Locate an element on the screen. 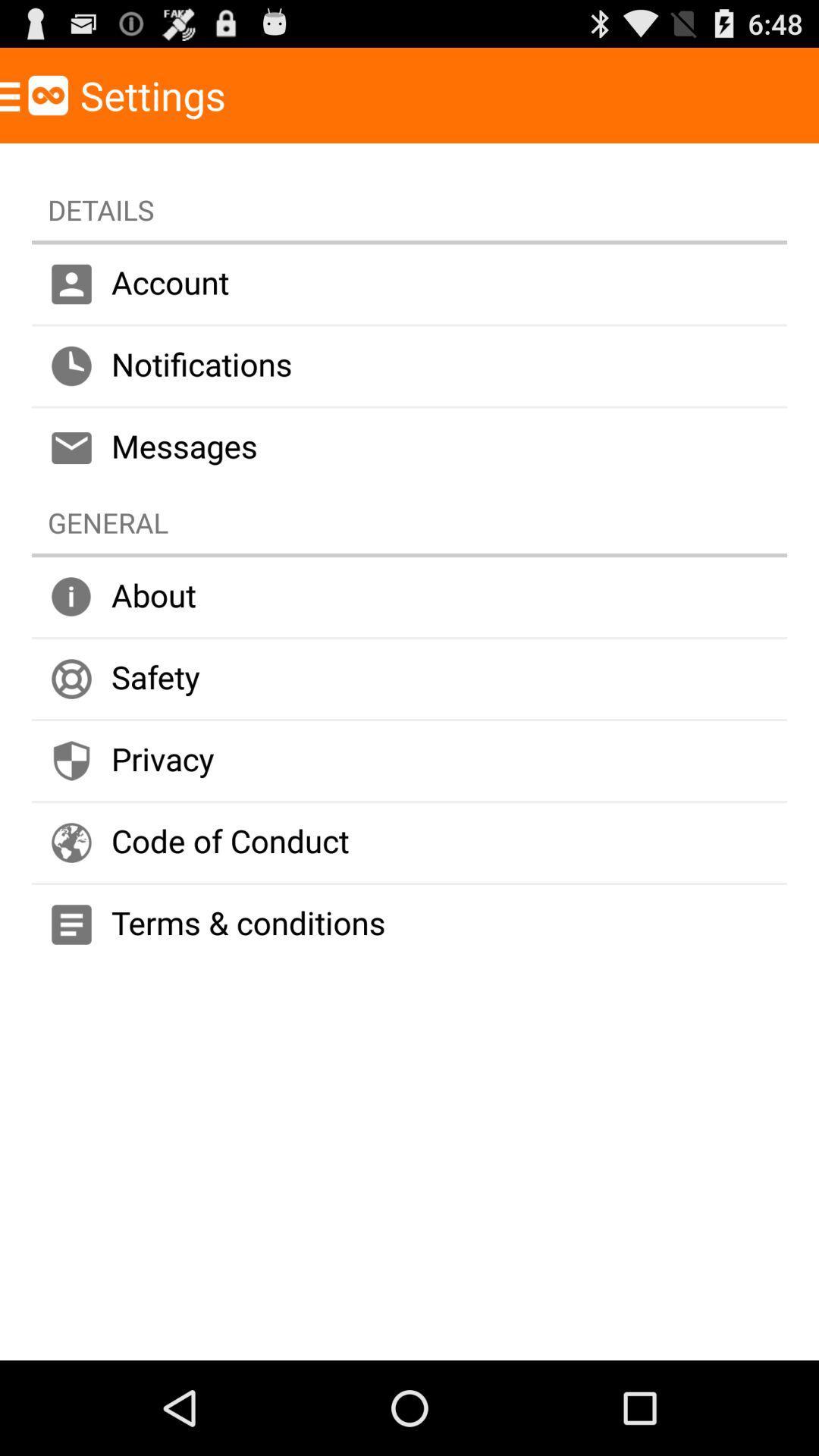  account is located at coordinates (409, 284).